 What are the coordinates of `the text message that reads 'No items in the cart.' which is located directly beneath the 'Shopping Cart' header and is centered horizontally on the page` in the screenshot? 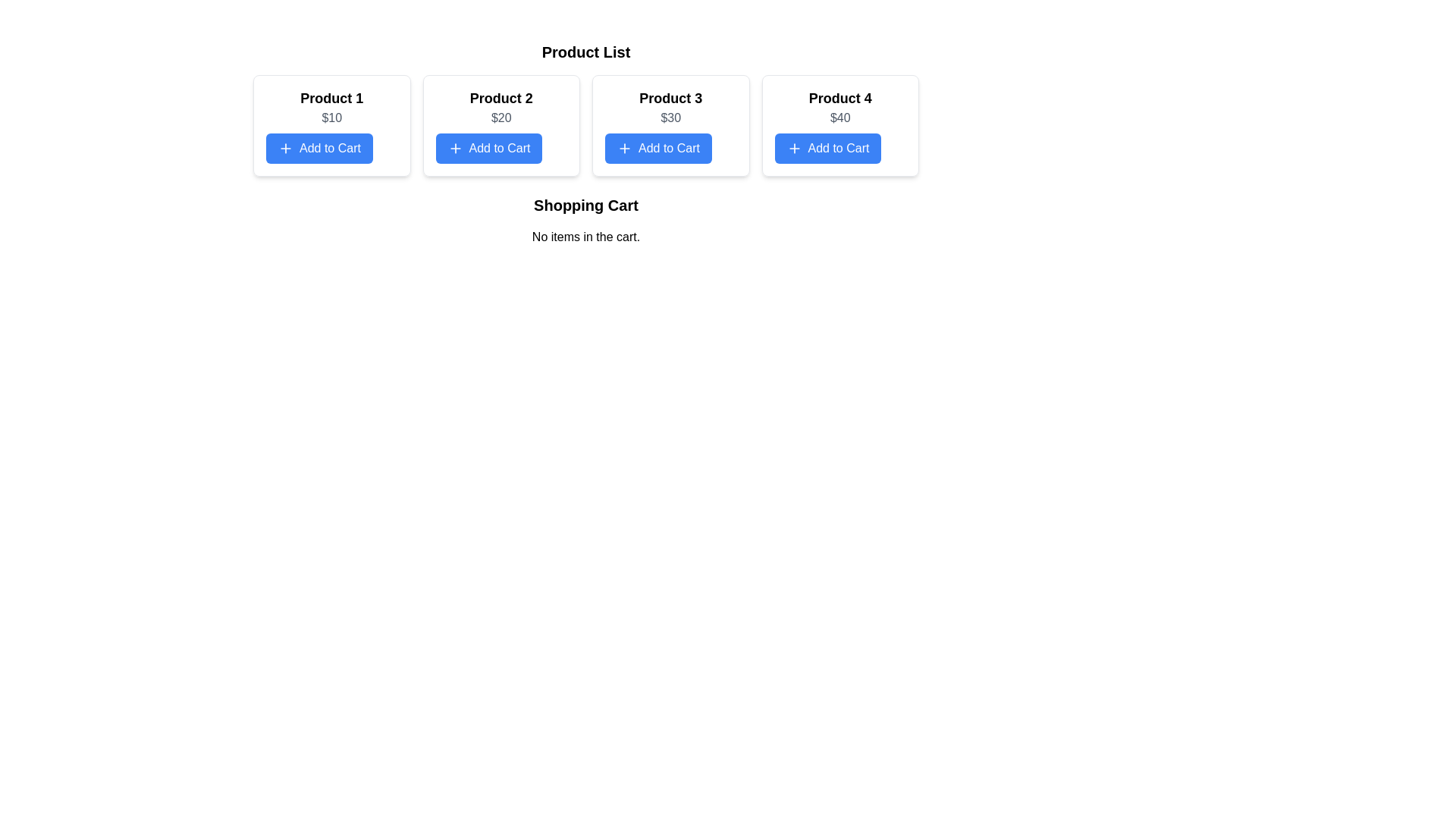 It's located at (585, 237).